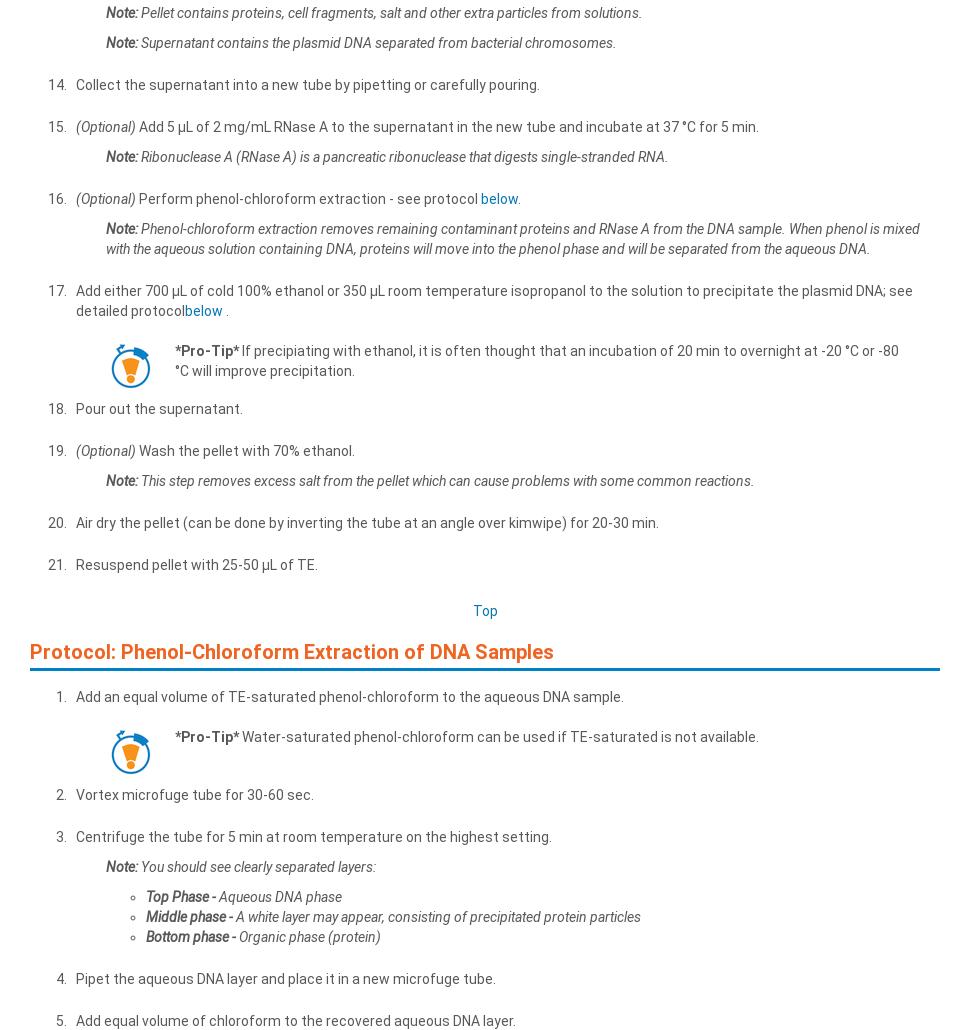 The image size is (970, 1030). What do you see at coordinates (277, 895) in the screenshot?
I see `'Aqueous DNA phase'` at bounding box center [277, 895].